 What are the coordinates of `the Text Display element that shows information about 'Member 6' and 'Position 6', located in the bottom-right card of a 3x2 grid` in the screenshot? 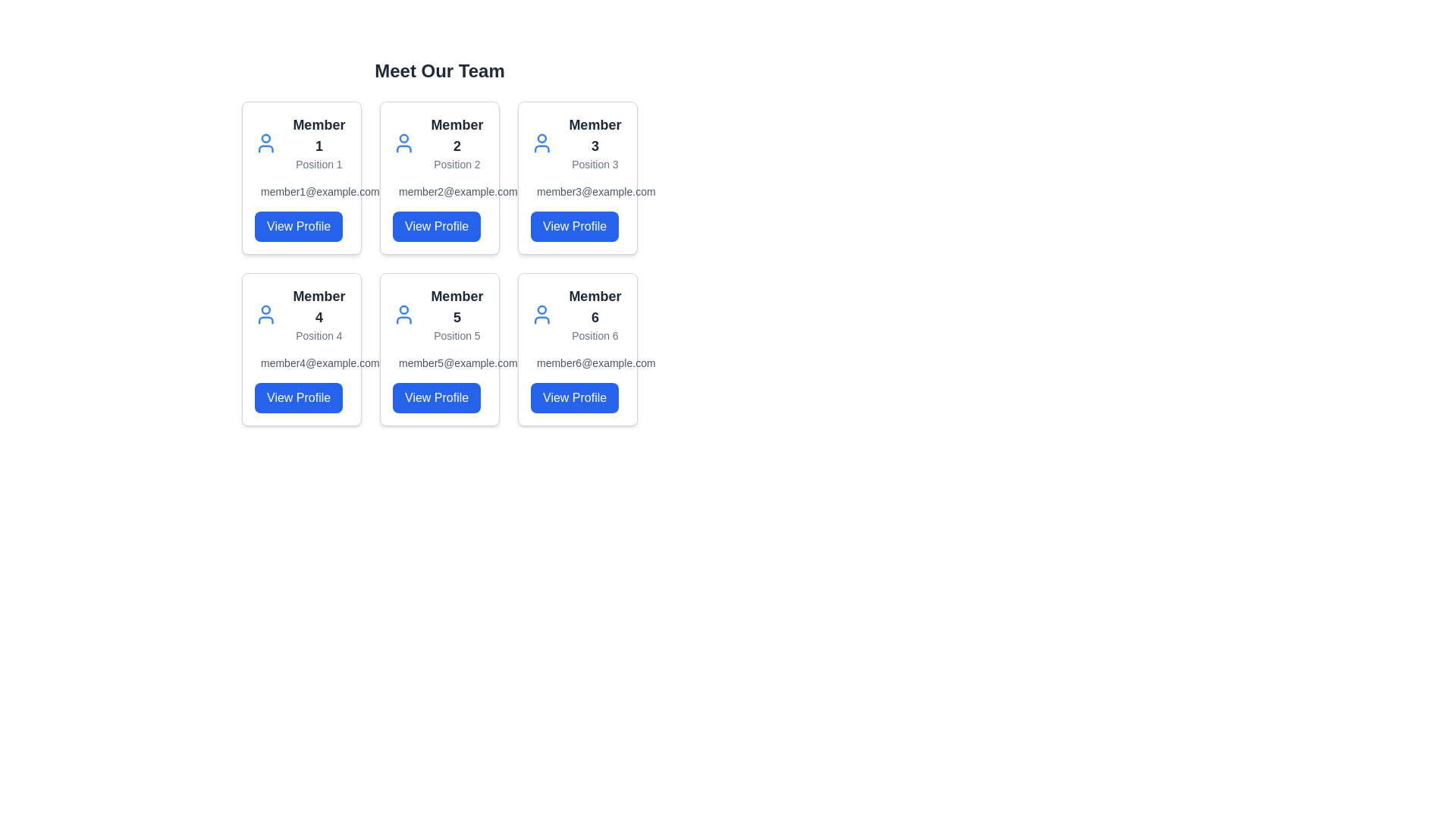 It's located at (594, 314).